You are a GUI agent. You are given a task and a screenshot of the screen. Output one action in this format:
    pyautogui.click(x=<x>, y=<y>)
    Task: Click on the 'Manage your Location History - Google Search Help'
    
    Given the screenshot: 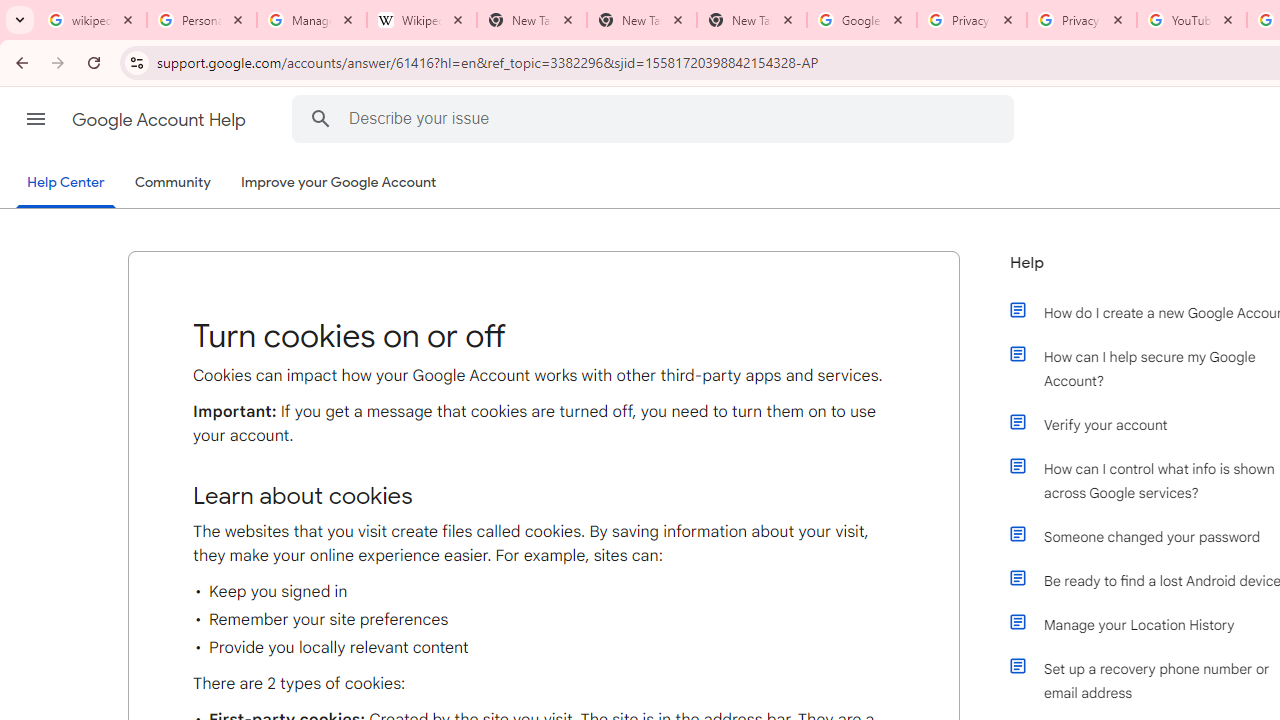 What is the action you would take?
    pyautogui.click(x=311, y=20)
    